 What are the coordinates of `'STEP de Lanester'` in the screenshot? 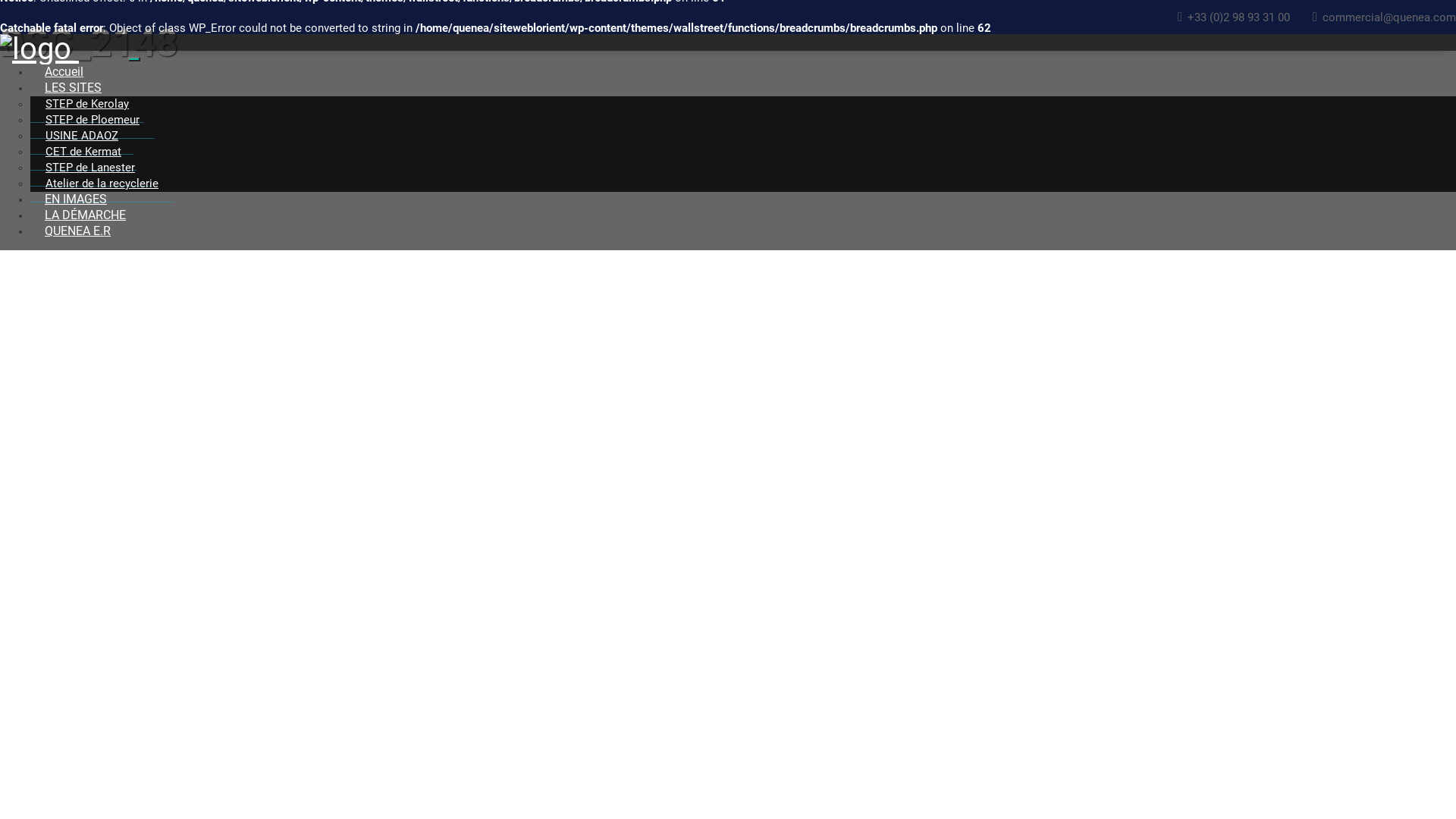 It's located at (89, 168).